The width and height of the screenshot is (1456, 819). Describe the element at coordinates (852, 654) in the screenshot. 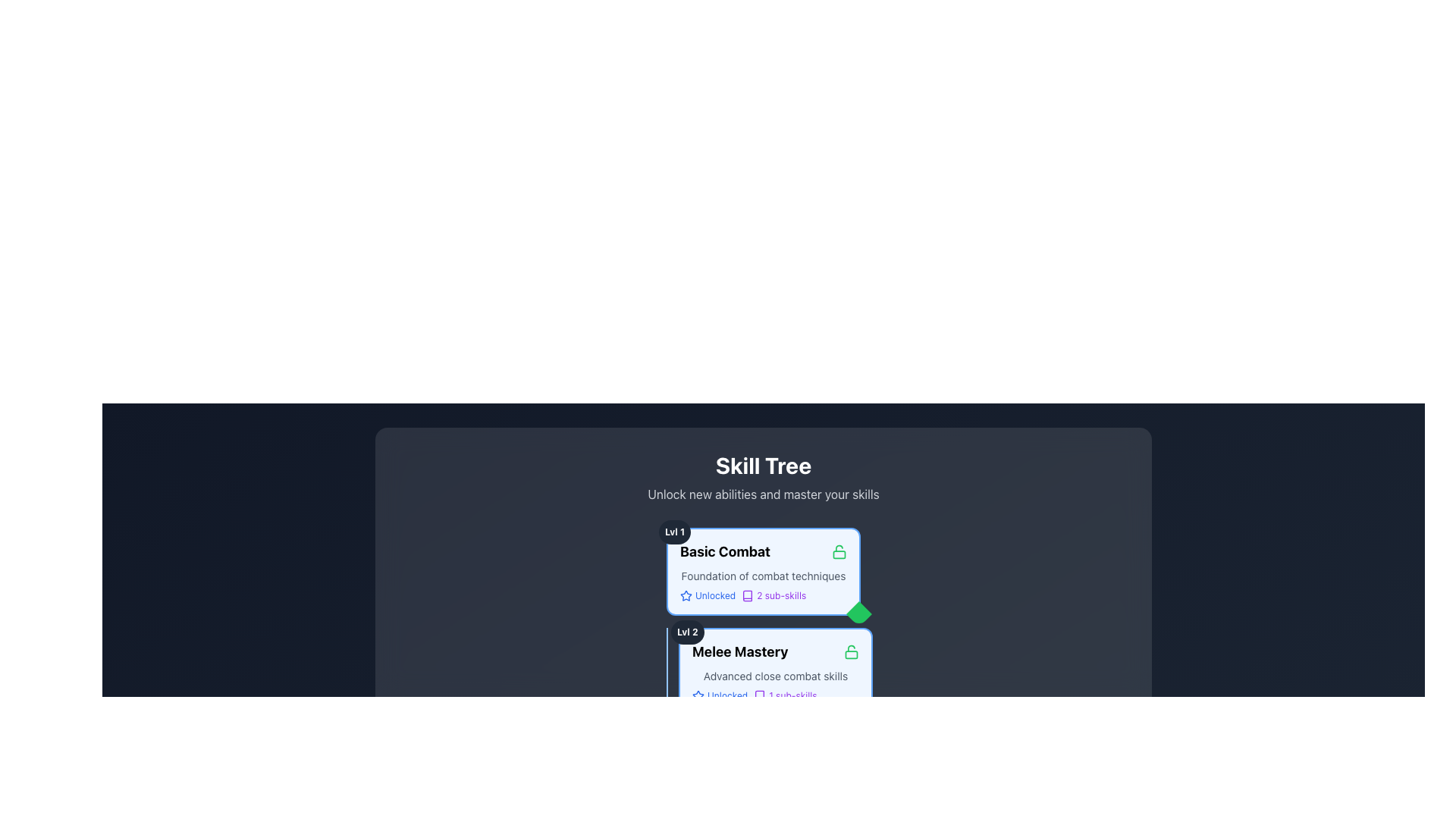

I see `the decorative shape within the lock icon that indicates the skill status in the skill tree UI near the 'Basic Combat' and 'Melee Mastery' sections` at that location.